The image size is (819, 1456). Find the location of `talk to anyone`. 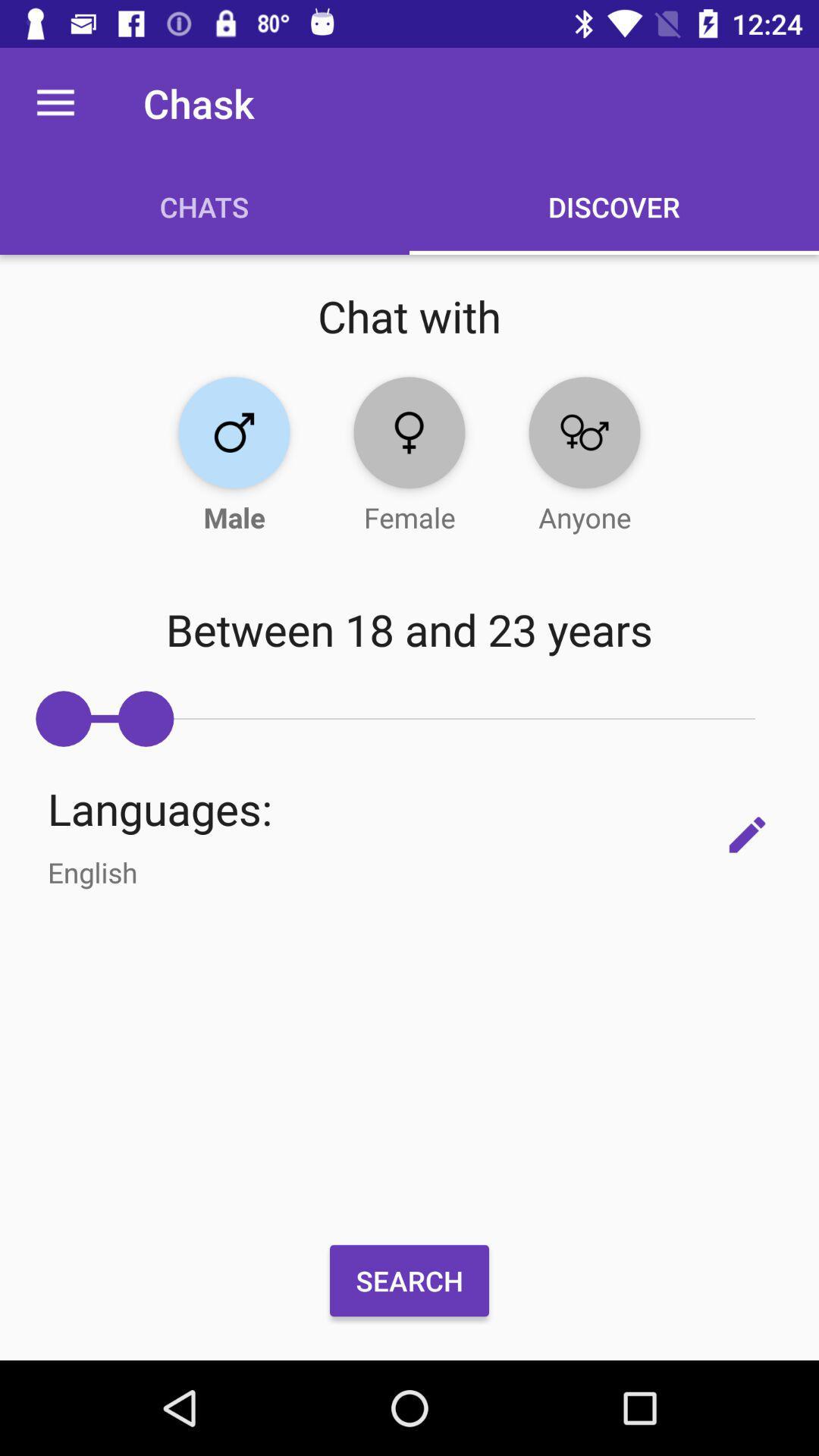

talk to anyone is located at coordinates (584, 431).